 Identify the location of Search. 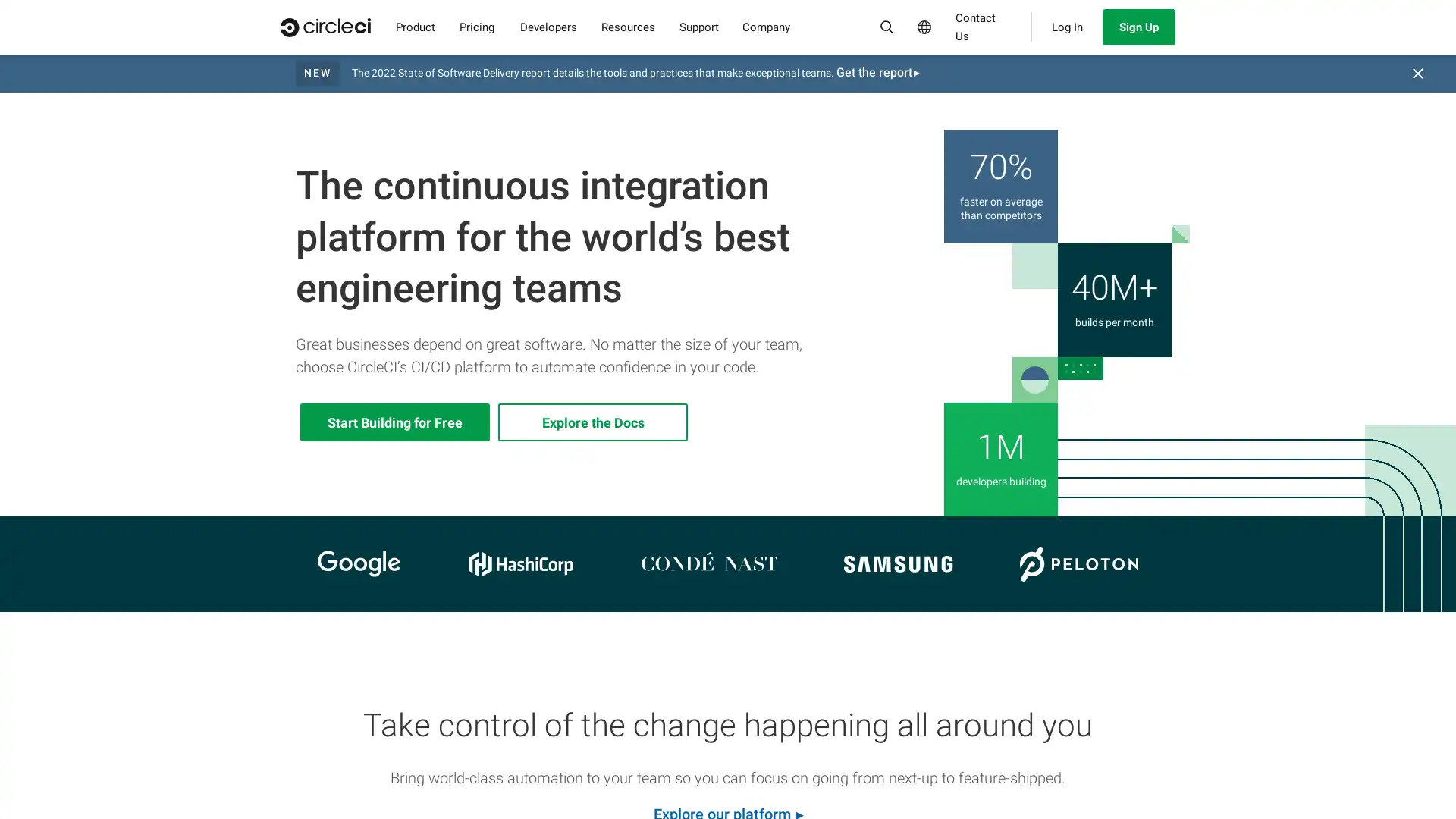
(886, 27).